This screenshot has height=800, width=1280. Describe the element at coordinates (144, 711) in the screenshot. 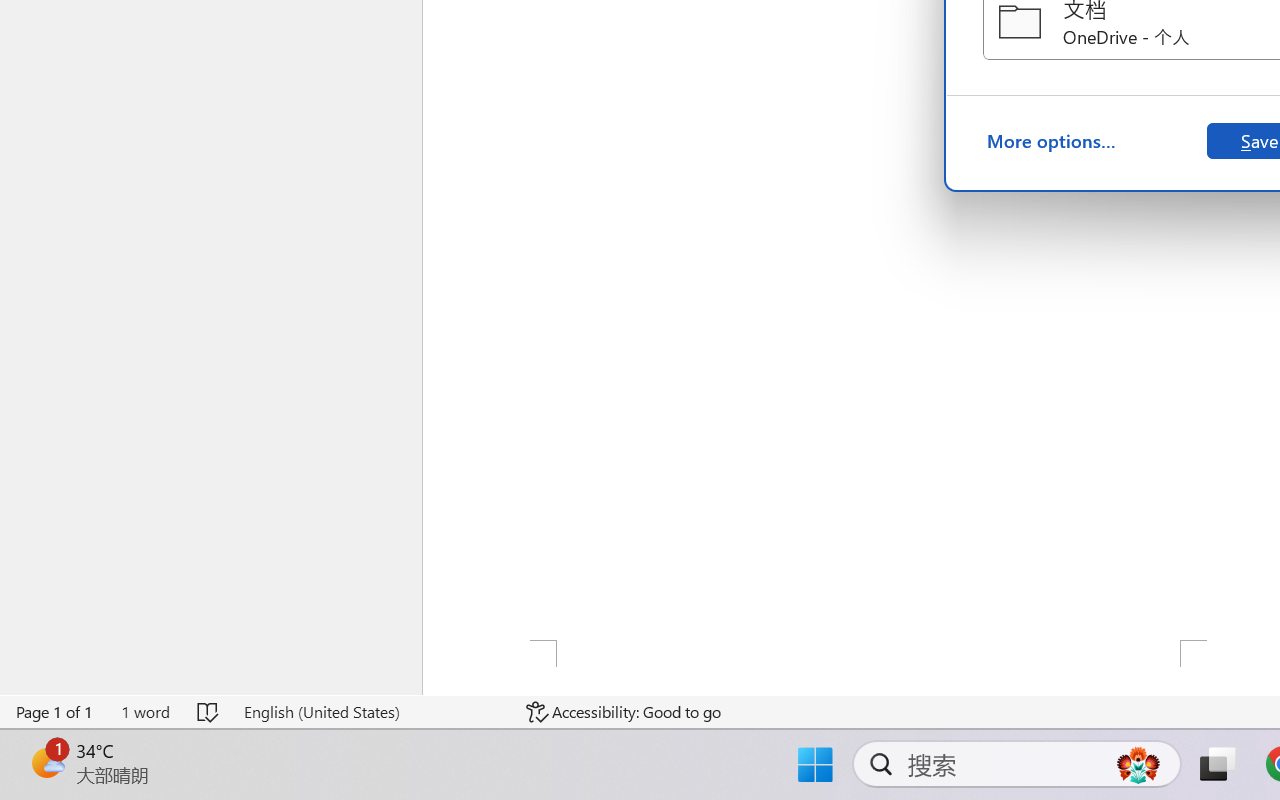

I see `'Word Count 1 word'` at that location.